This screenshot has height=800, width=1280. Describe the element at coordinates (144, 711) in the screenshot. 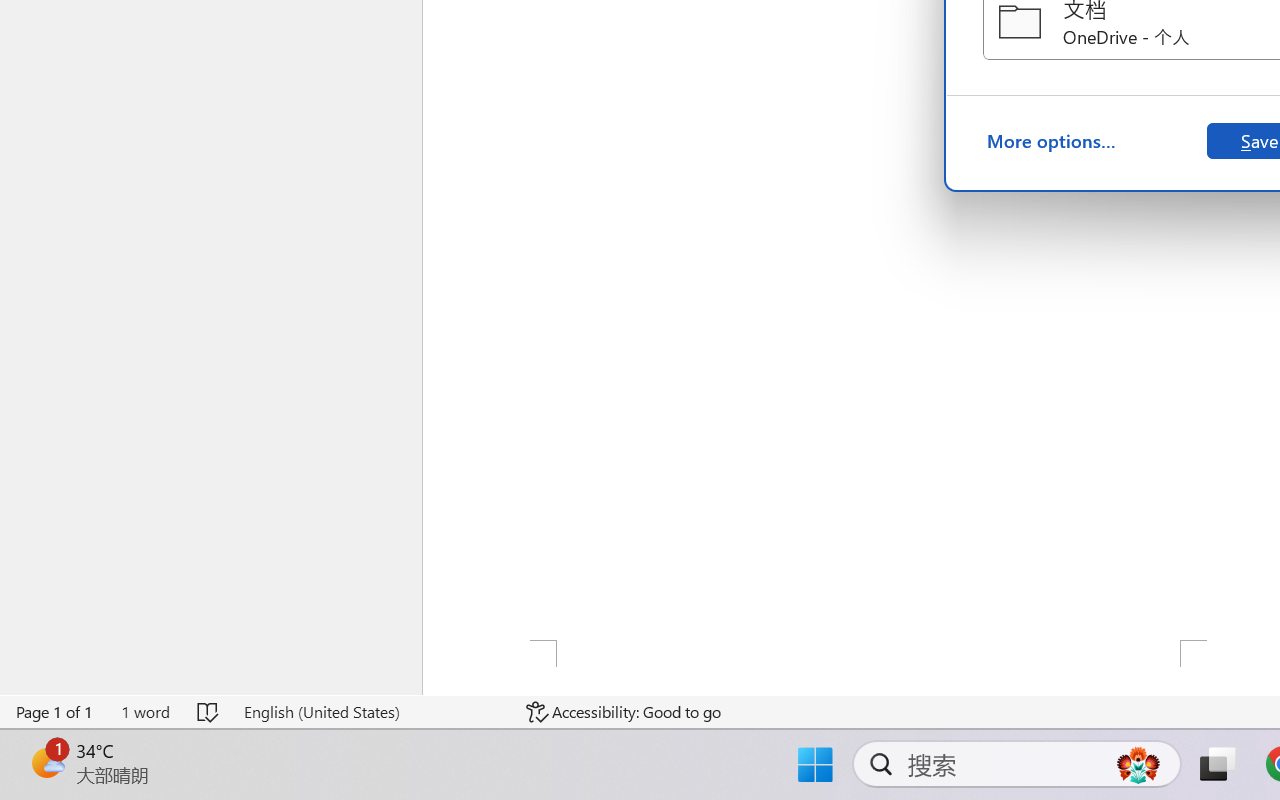

I see `'Word Count 1 word'` at that location.